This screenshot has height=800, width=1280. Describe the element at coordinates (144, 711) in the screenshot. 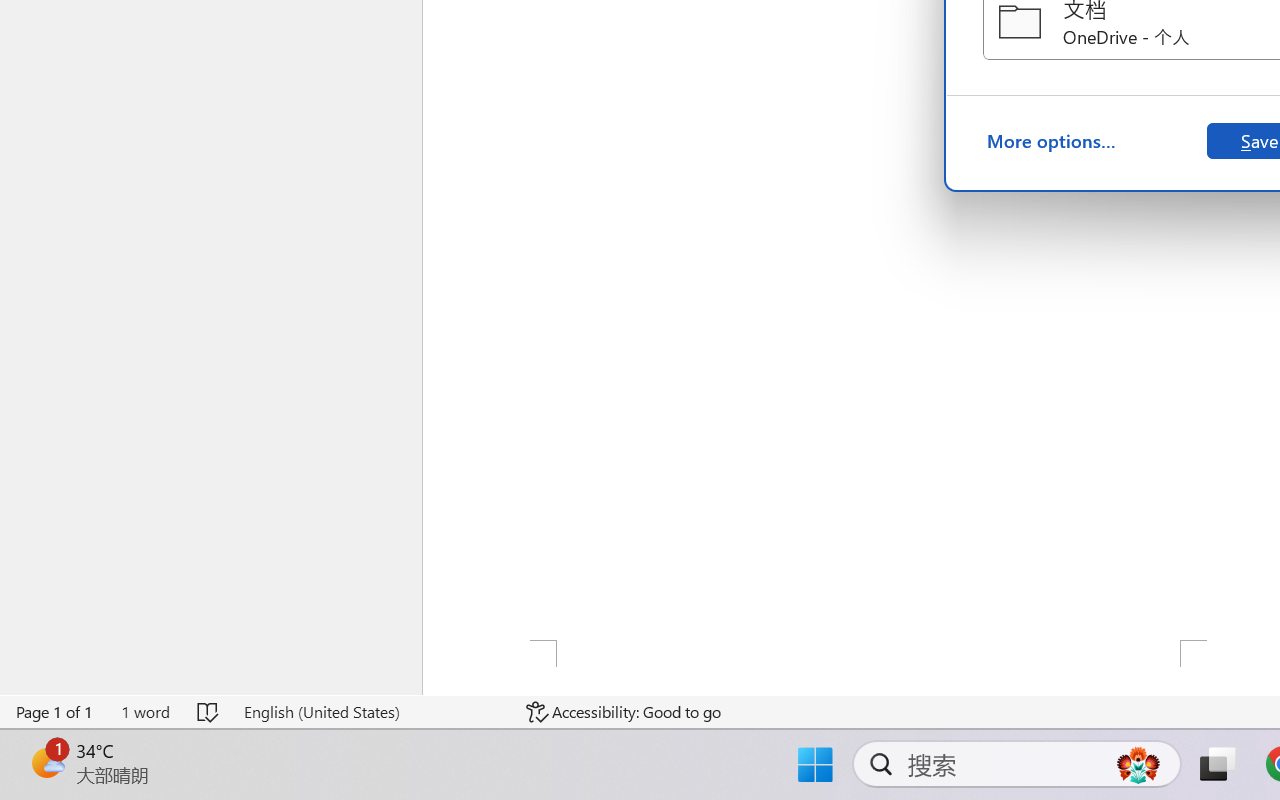

I see `'Word Count 1 word'` at that location.